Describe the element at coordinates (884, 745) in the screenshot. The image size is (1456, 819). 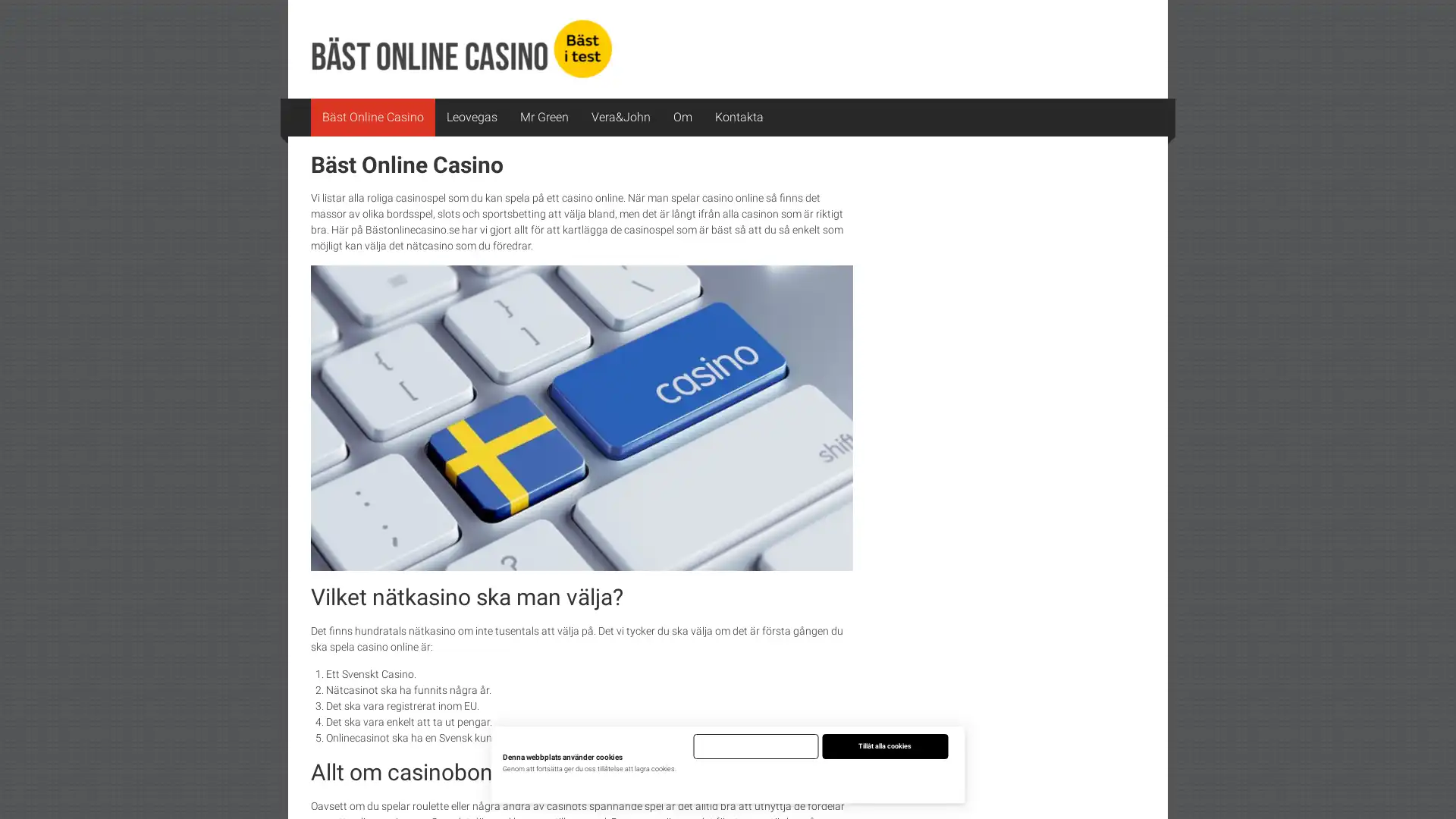
I see `Tillat alla cookies` at that location.